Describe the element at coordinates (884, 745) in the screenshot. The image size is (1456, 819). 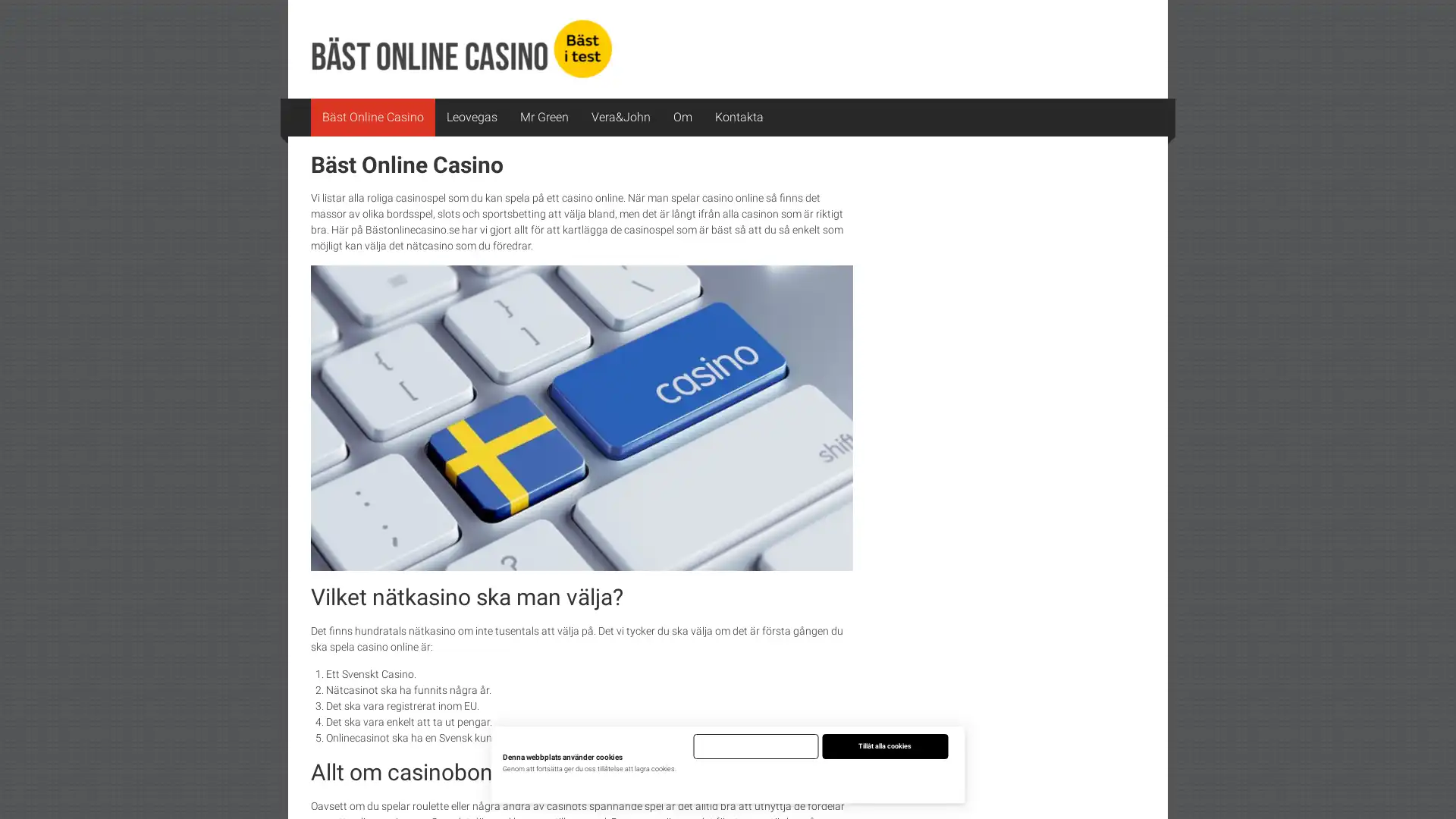
I see `Tillat alla cookies` at that location.